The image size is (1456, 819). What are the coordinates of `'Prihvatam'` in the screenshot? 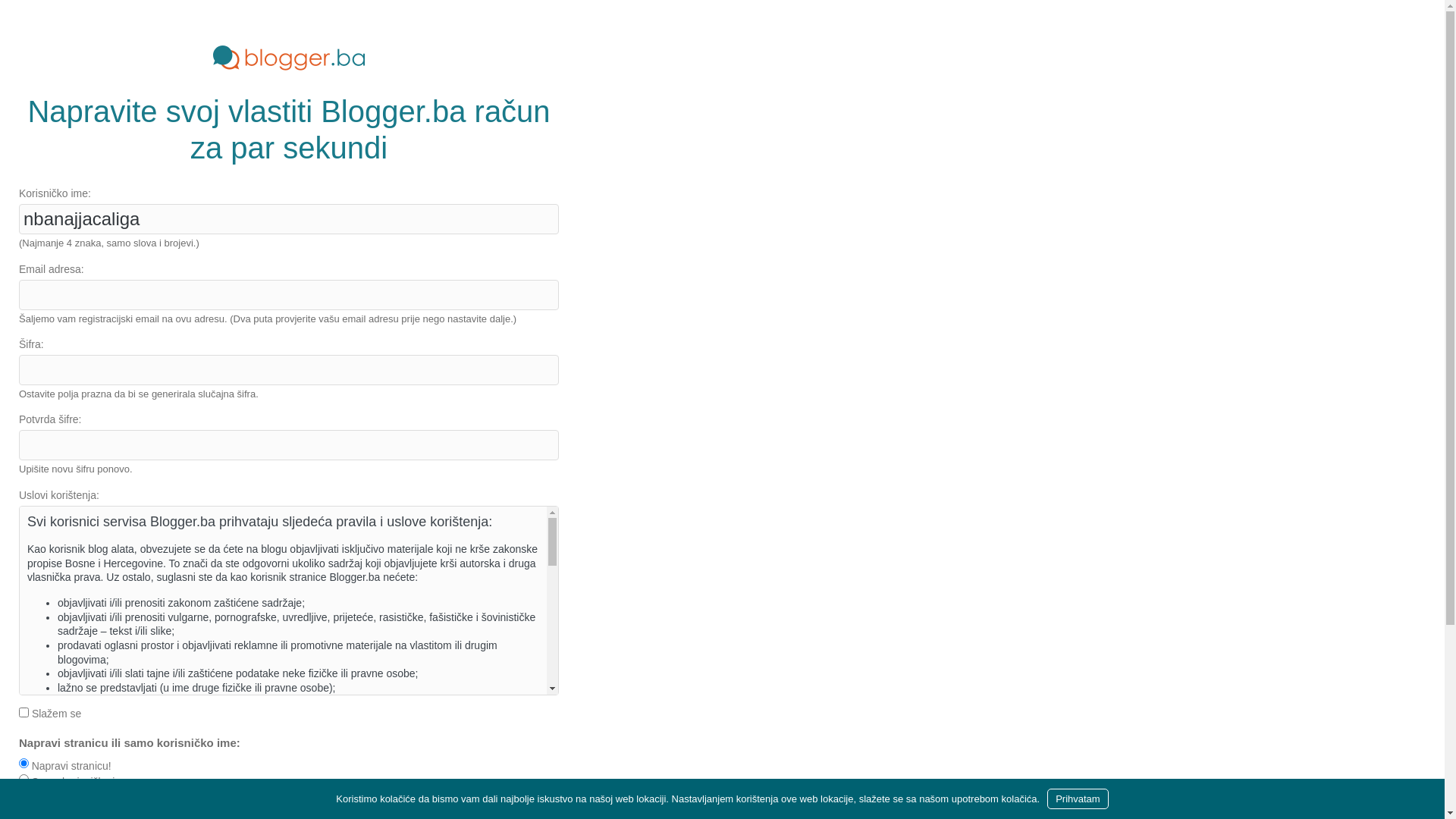 It's located at (1077, 798).